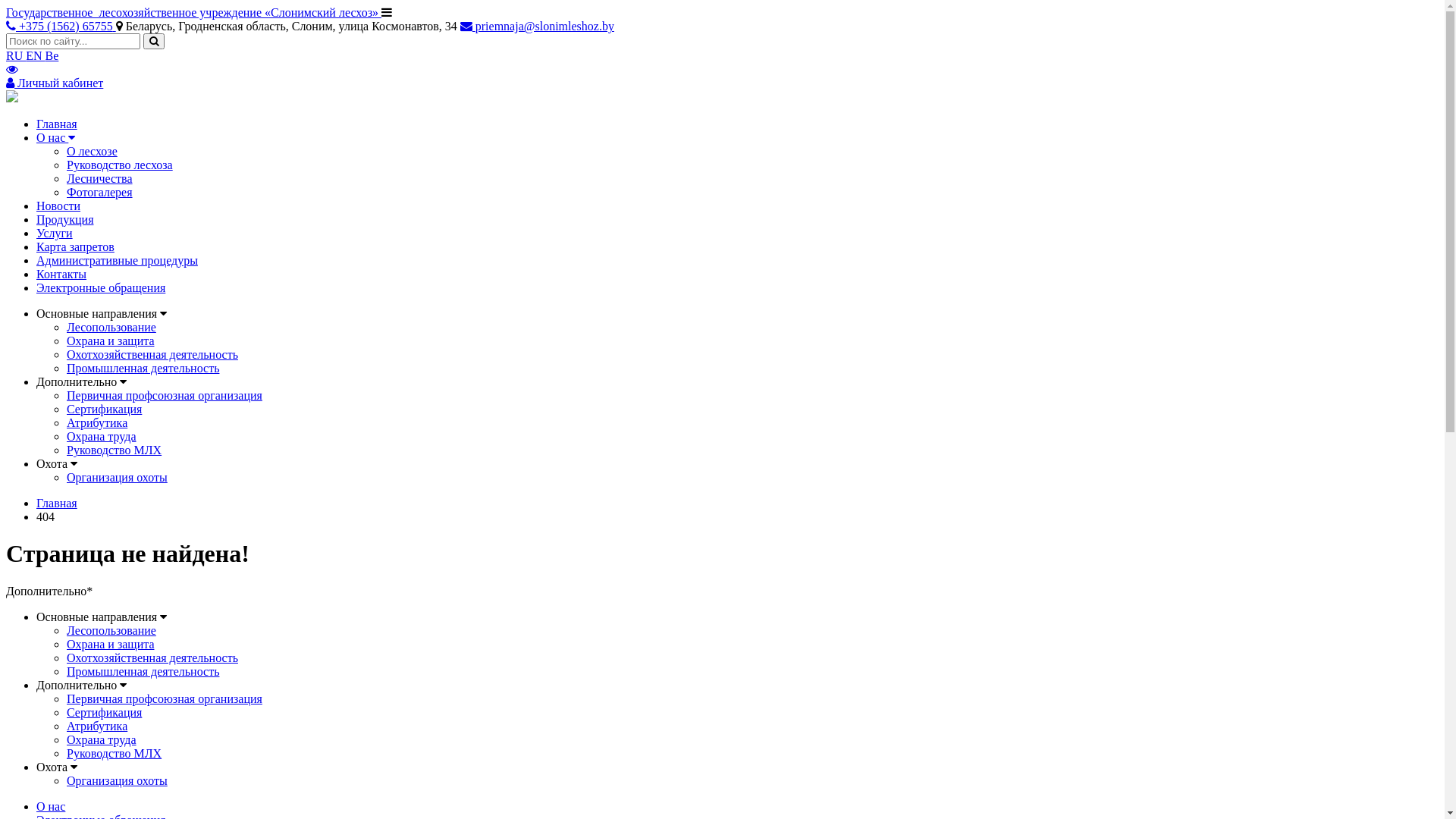 This screenshot has width=1456, height=819. I want to click on 'priemnaja@slonimleshoz.by', so click(537, 26).